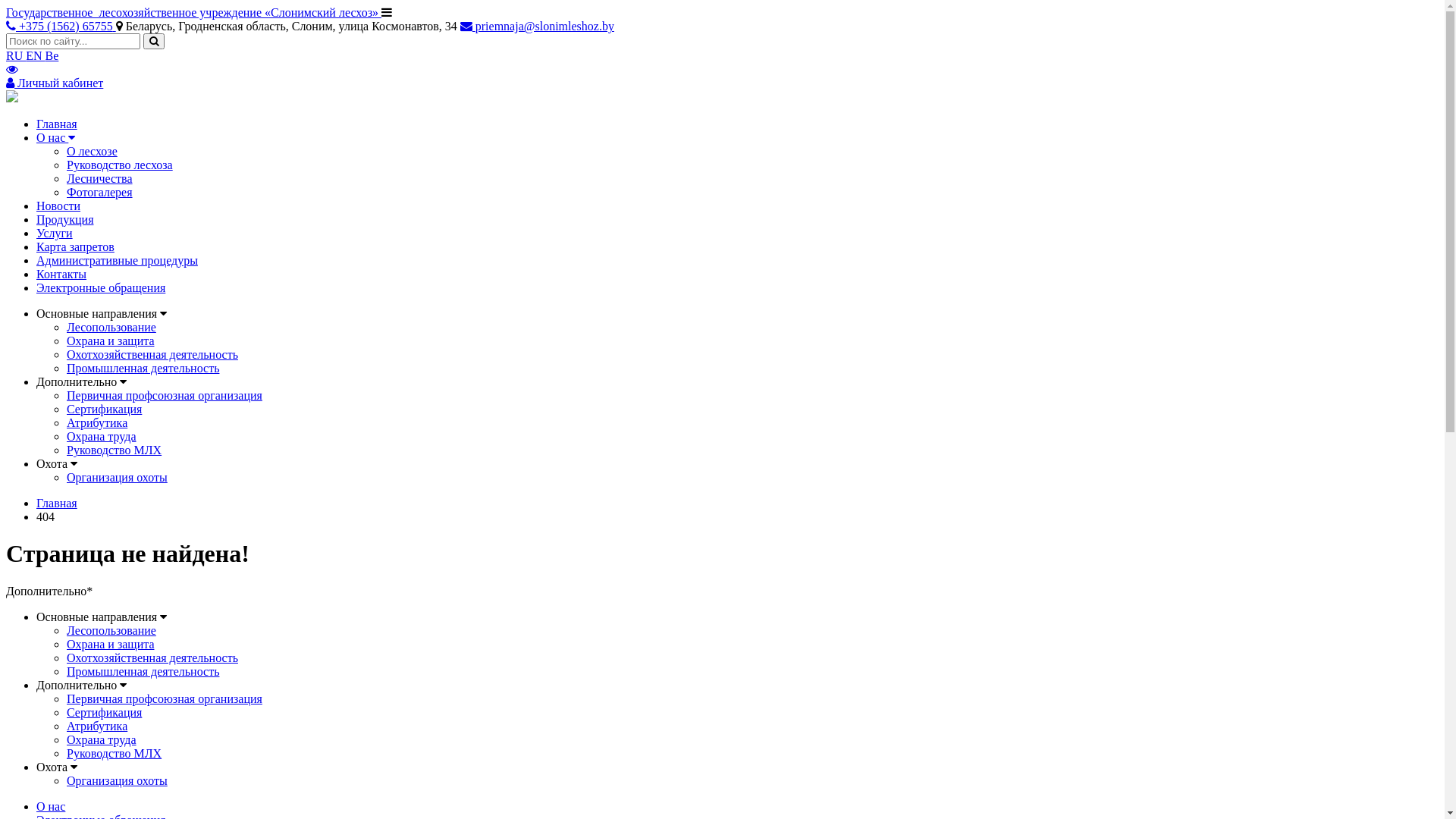 This screenshot has width=1456, height=819. I want to click on 'priemnaja@slonimleshoz.by', so click(537, 26).